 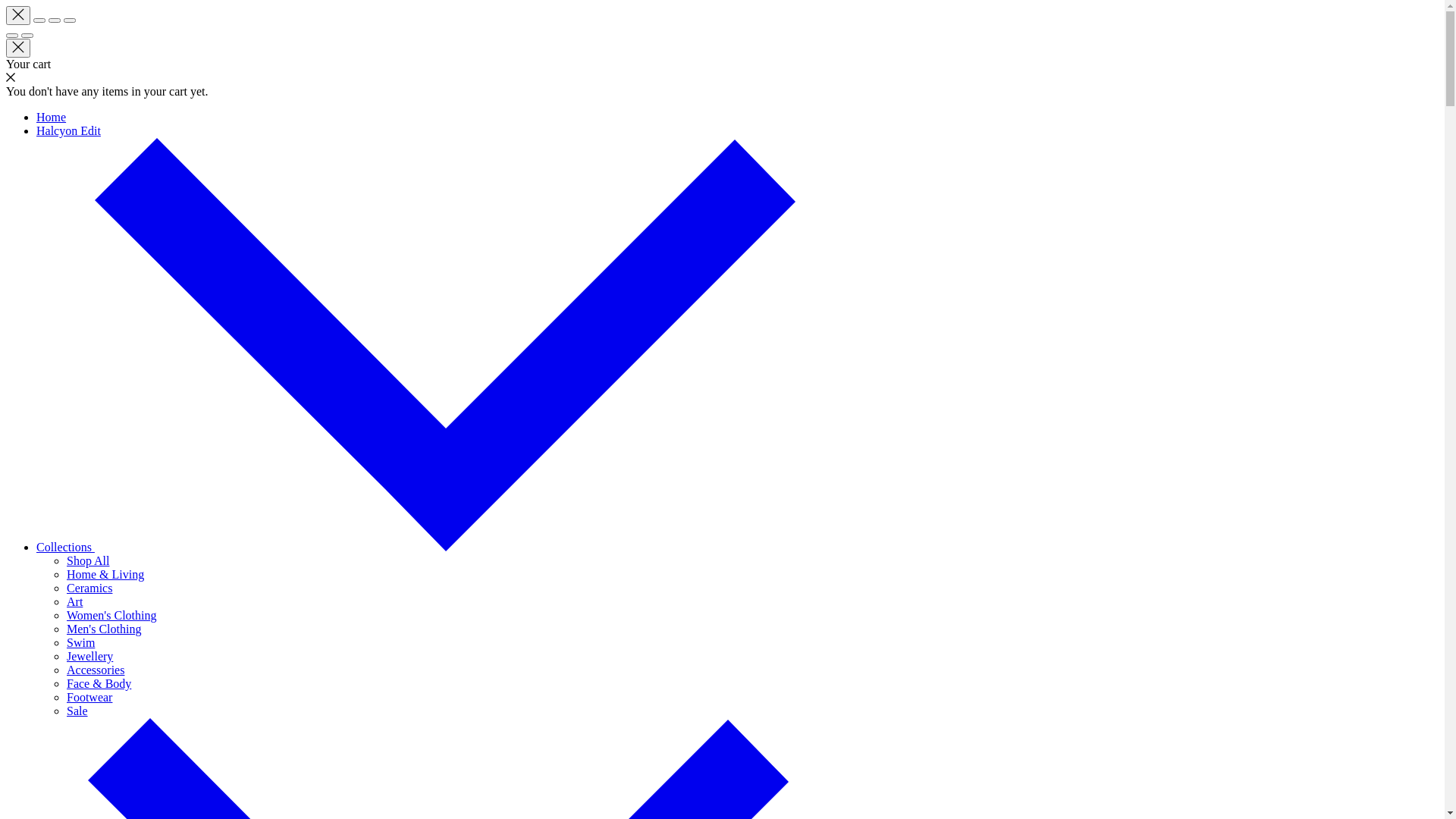 What do you see at coordinates (39, 20) in the screenshot?
I see `'Share'` at bounding box center [39, 20].